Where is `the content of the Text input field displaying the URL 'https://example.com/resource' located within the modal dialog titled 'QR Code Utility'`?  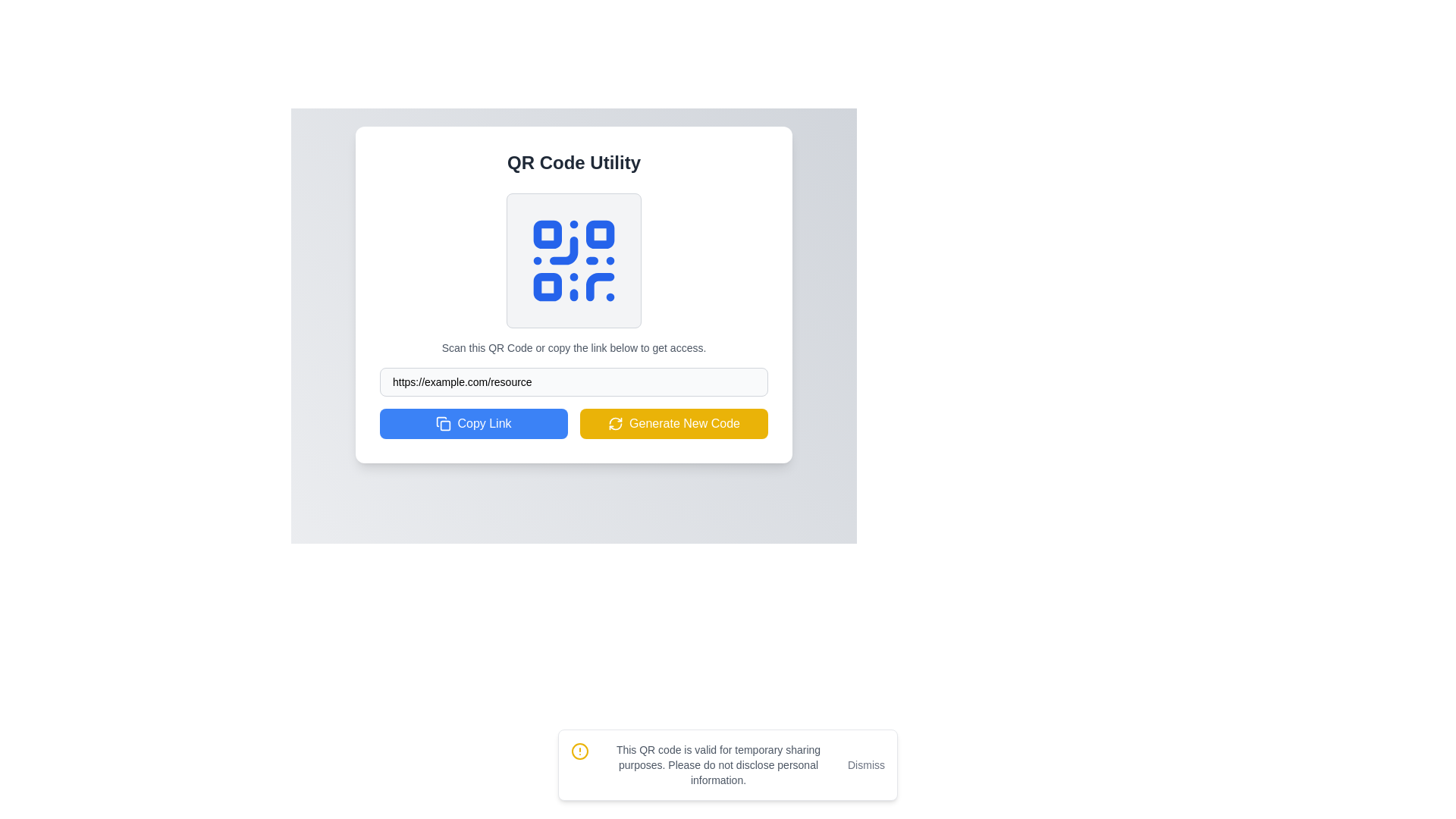
the content of the Text input field displaying the URL 'https://example.com/resource' located within the modal dialog titled 'QR Code Utility' is located at coordinates (573, 381).